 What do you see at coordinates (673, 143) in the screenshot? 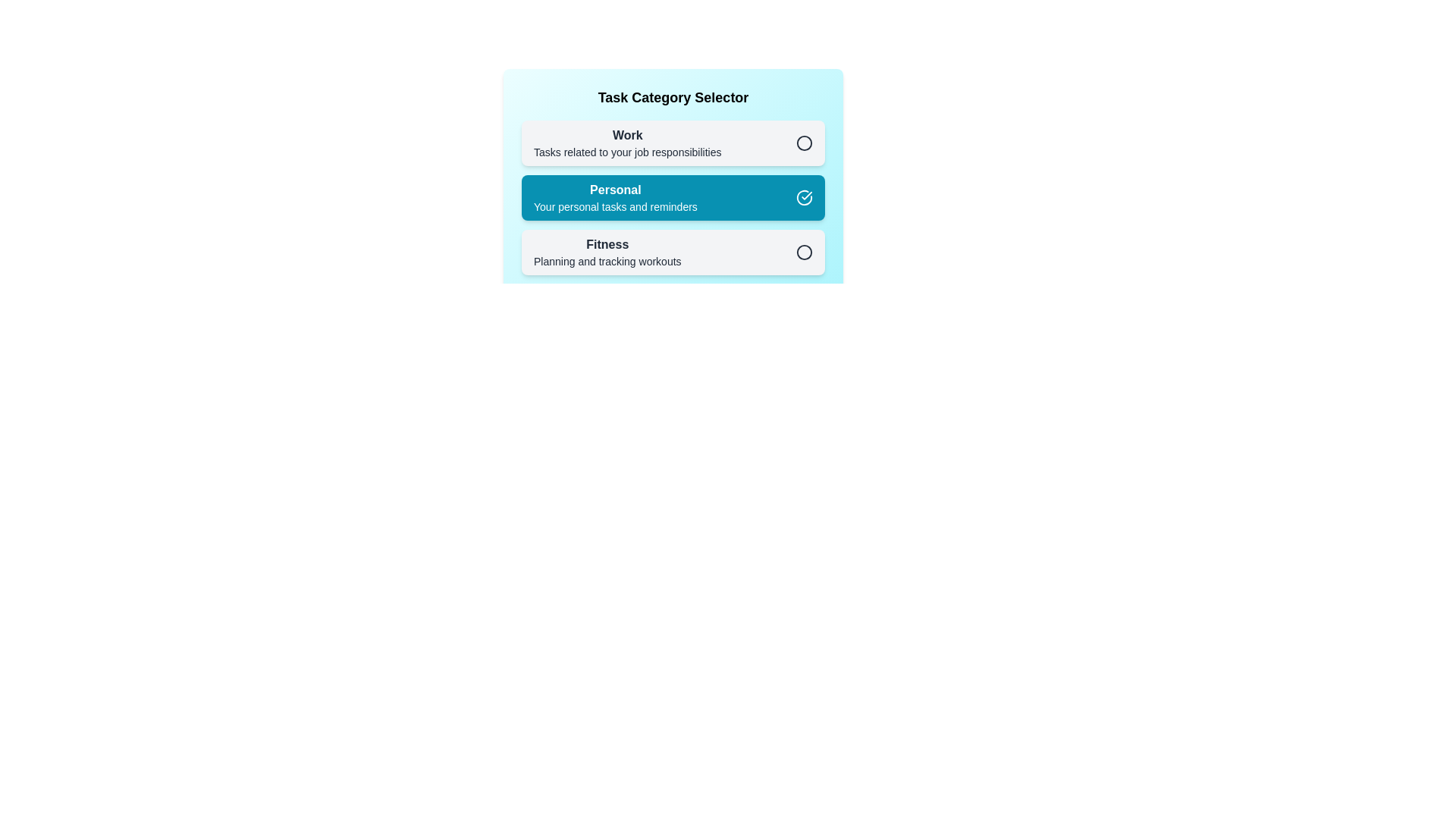
I see `the category Work` at bounding box center [673, 143].